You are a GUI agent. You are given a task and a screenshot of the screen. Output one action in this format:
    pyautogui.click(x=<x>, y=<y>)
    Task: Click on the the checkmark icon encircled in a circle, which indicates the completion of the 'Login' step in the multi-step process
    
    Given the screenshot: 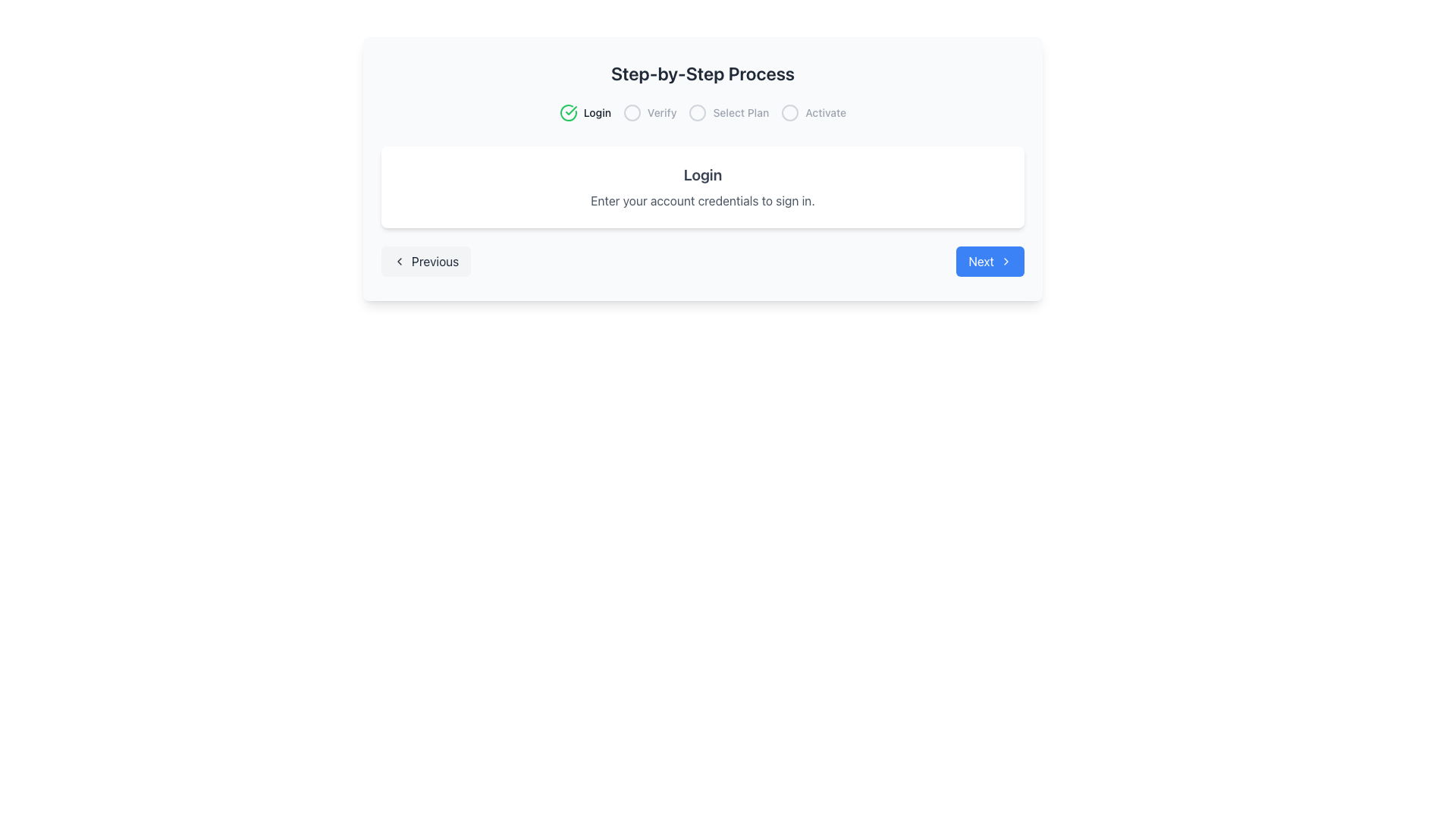 What is the action you would take?
    pyautogui.click(x=567, y=112)
    